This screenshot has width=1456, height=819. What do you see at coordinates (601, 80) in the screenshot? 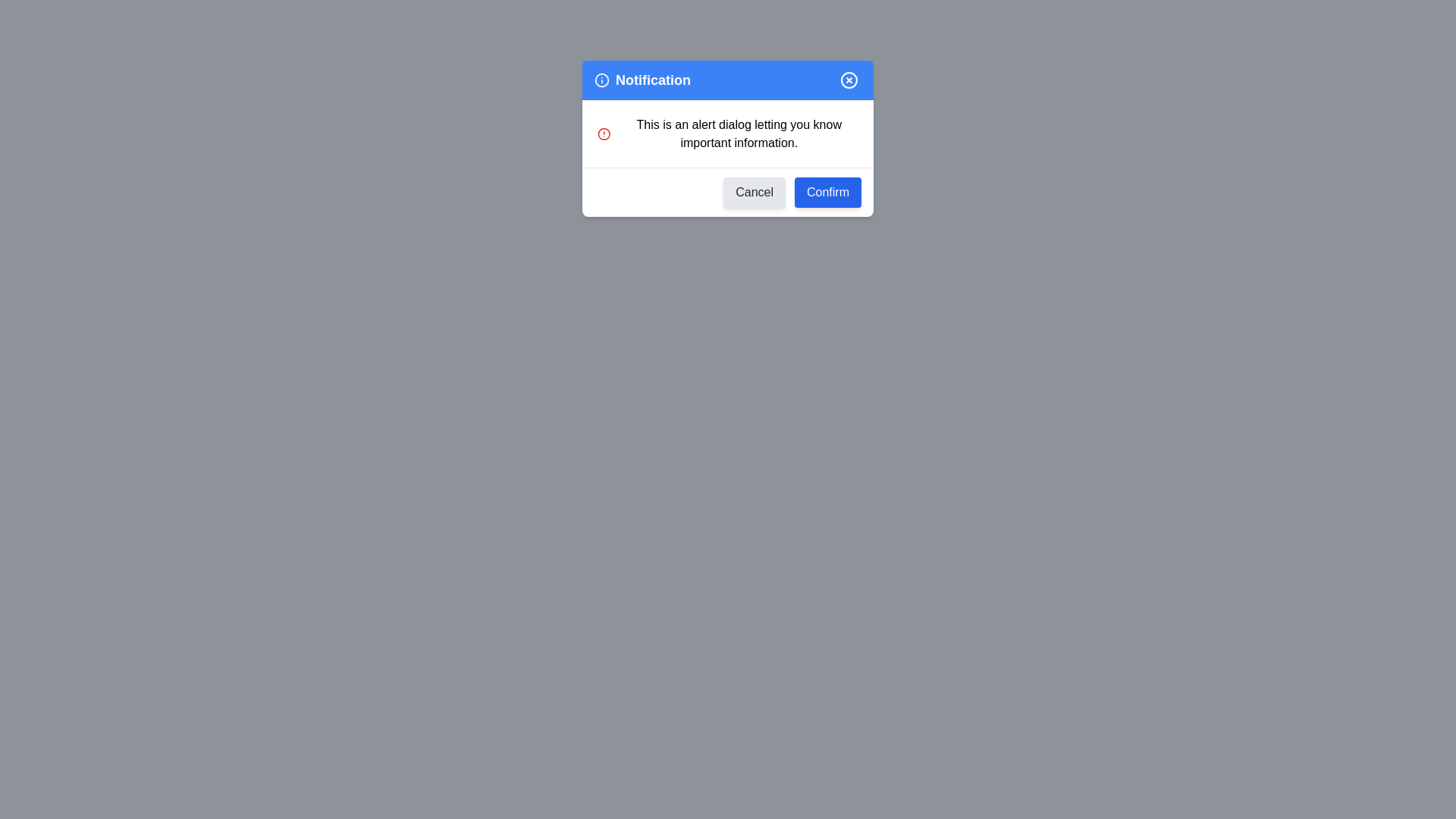
I see `the information icon located on the left side of the 'Notification' header, adjacent to the word 'Notification'` at bounding box center [601, 80].